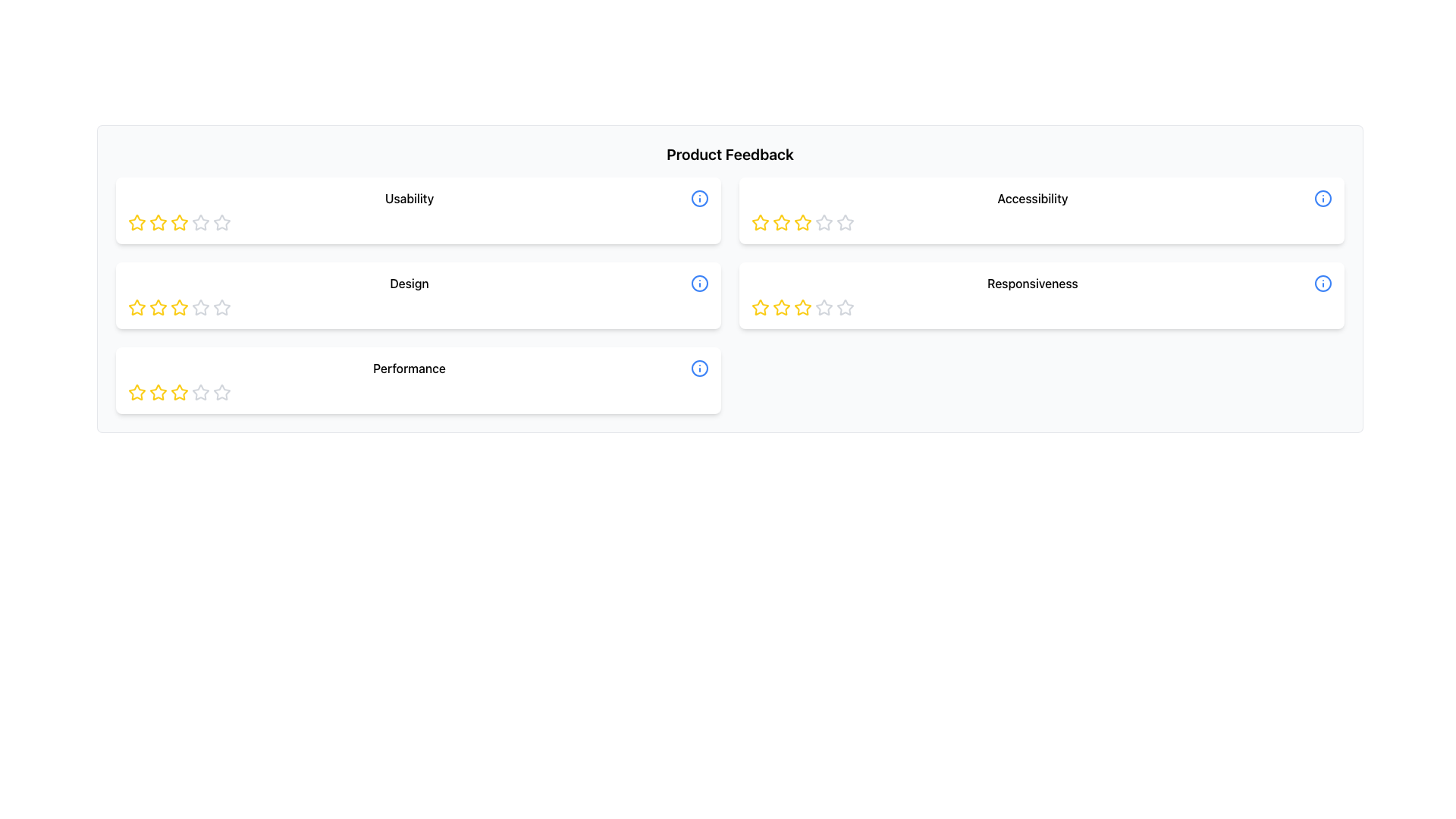 The width and height of the screenshot is (1456, 819). I want to click on the first yellow star icon in the Usability feedback section, so click(137, 222).